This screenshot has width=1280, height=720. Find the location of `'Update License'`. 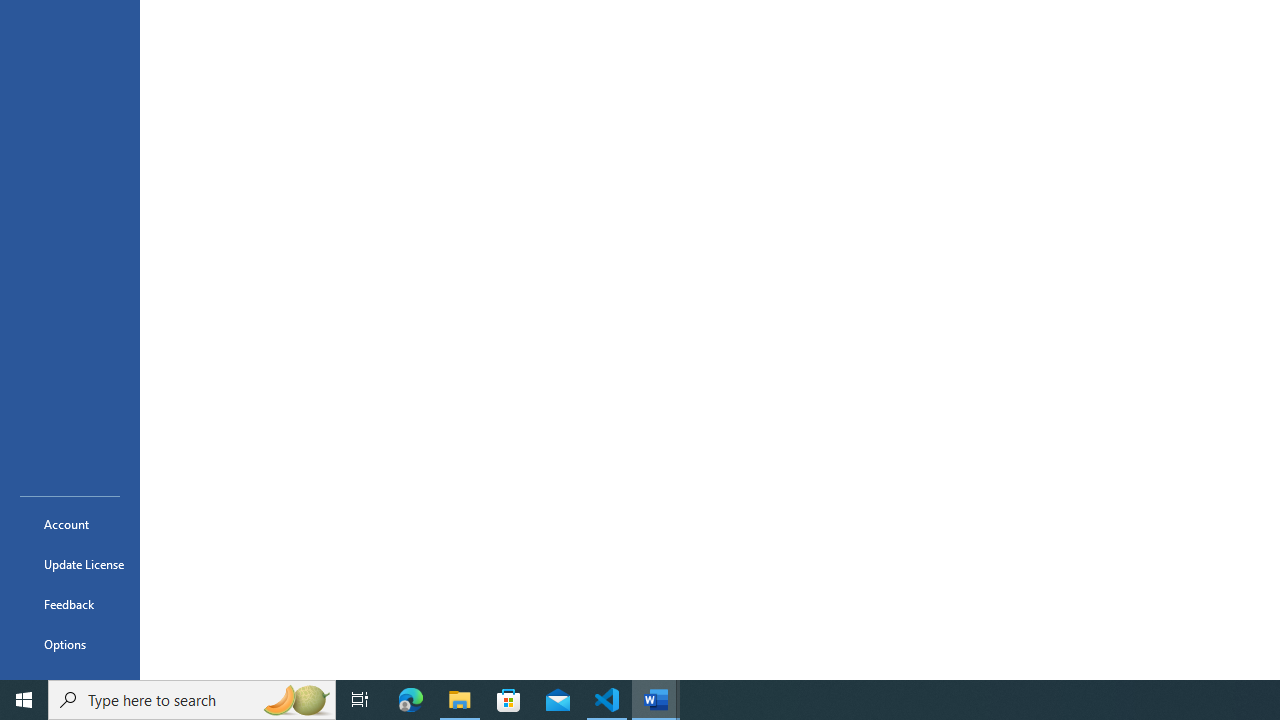

'Update License' is located at coordinates (69, 564).